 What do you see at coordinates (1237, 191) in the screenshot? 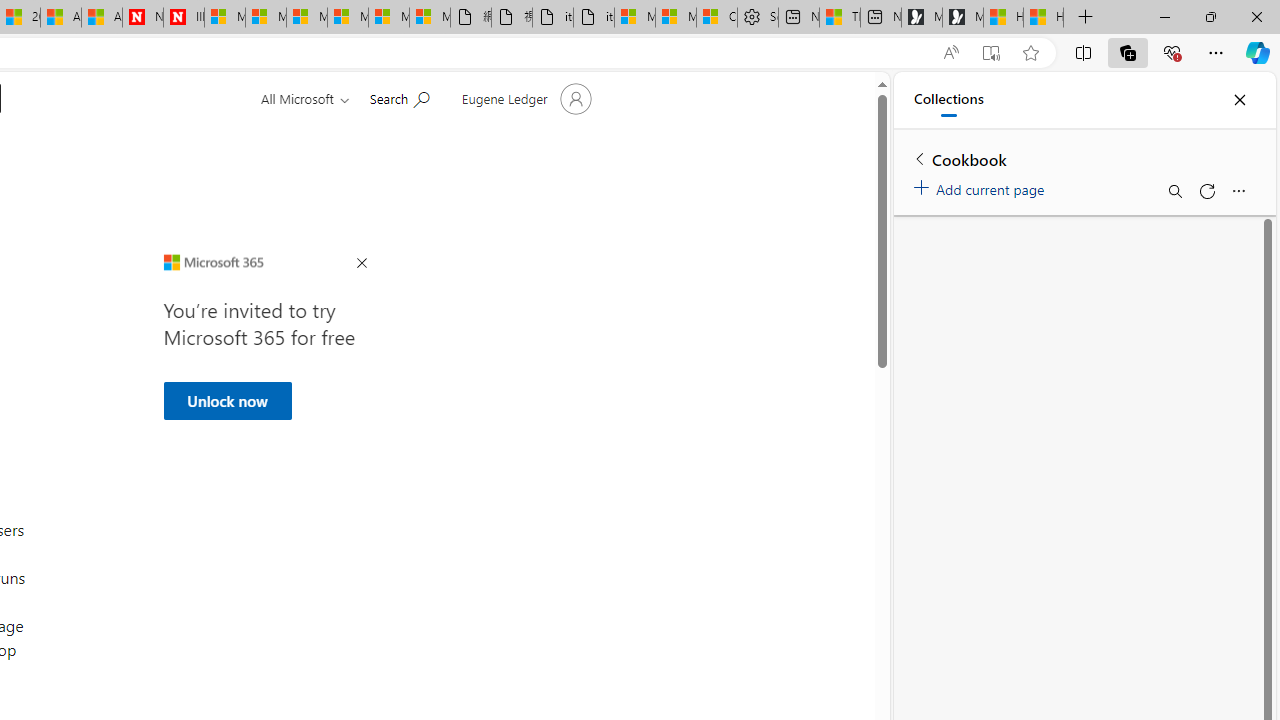
I see `'More options menu'` at bounding box center [1237, 191].